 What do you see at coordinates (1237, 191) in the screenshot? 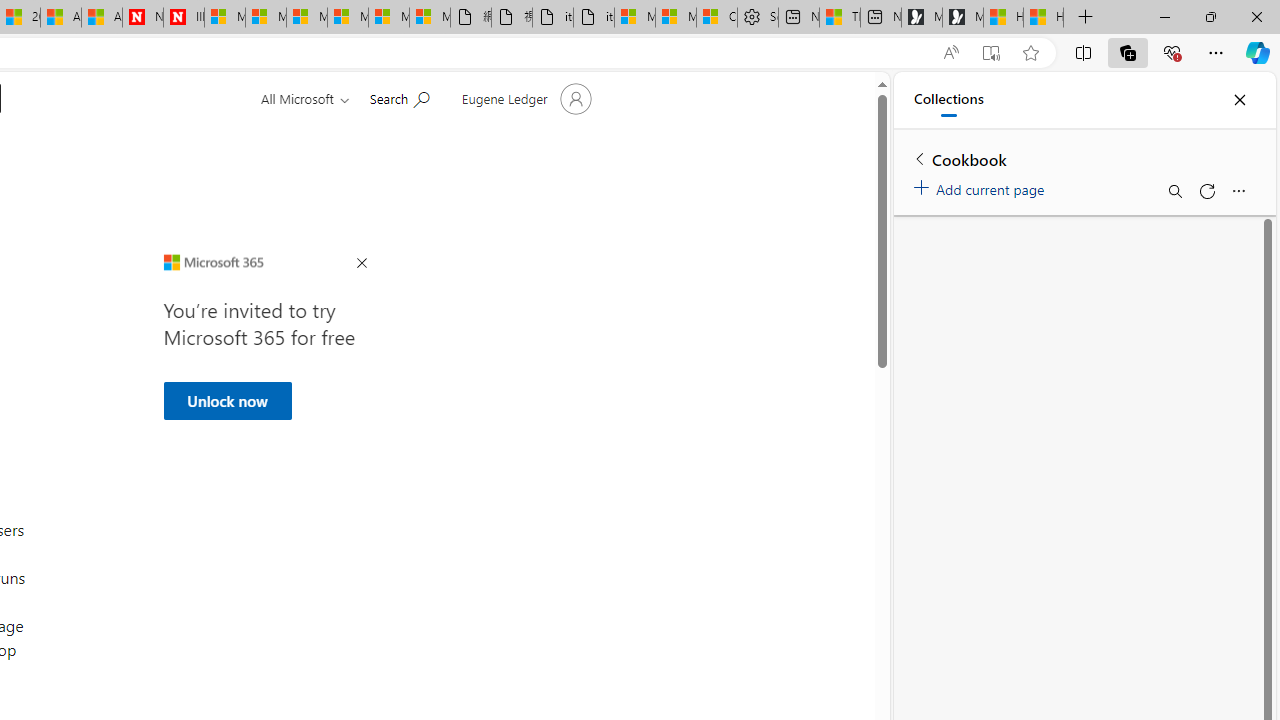
I see `'More options menu'` at bounding box center [1237, 191].